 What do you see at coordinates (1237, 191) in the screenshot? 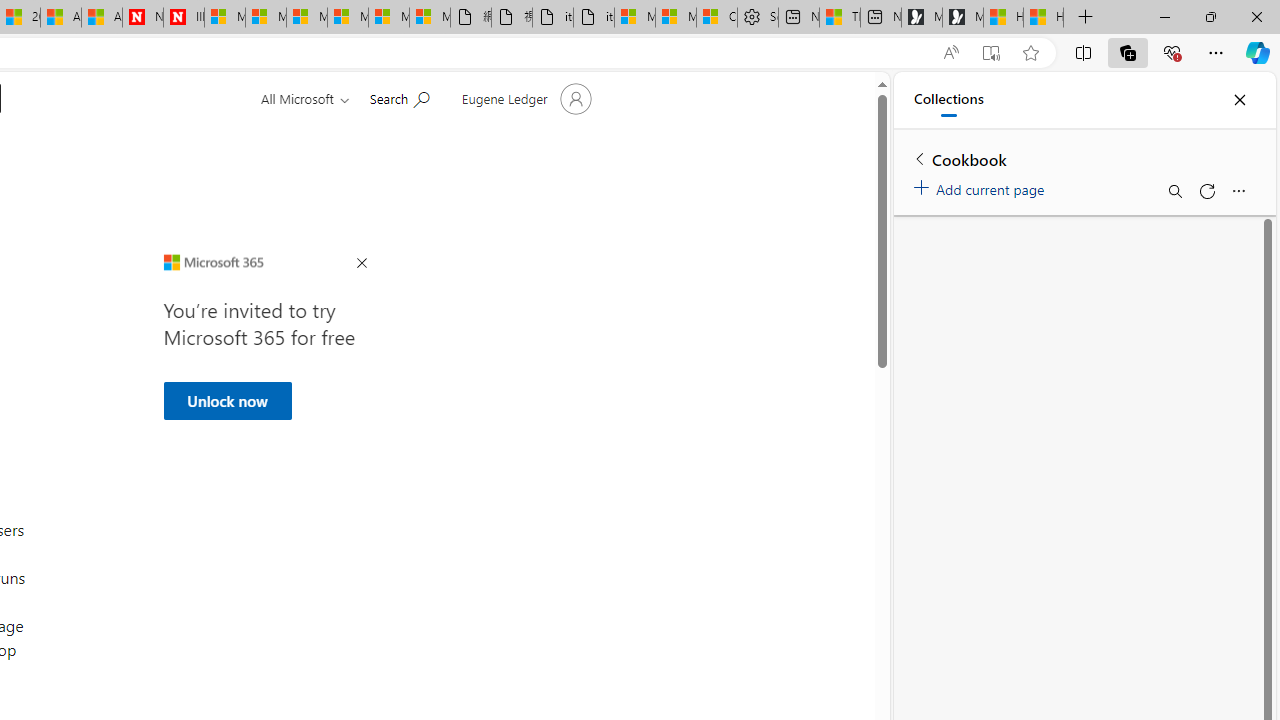
I see `'More options menu'` at bounding box center [1237, 191].